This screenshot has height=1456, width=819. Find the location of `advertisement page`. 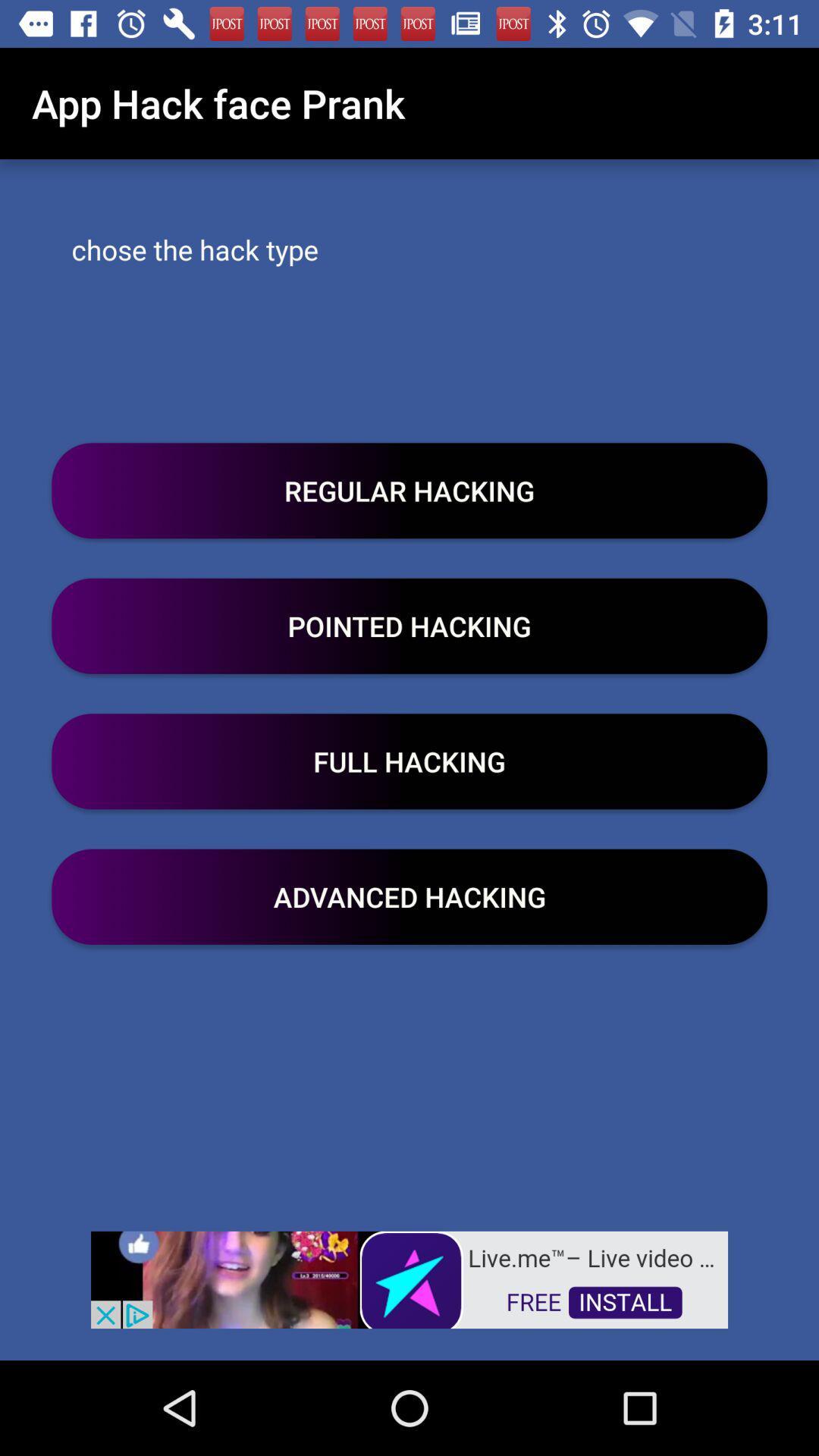

advertisement page is located at coordinates (409, 1278).